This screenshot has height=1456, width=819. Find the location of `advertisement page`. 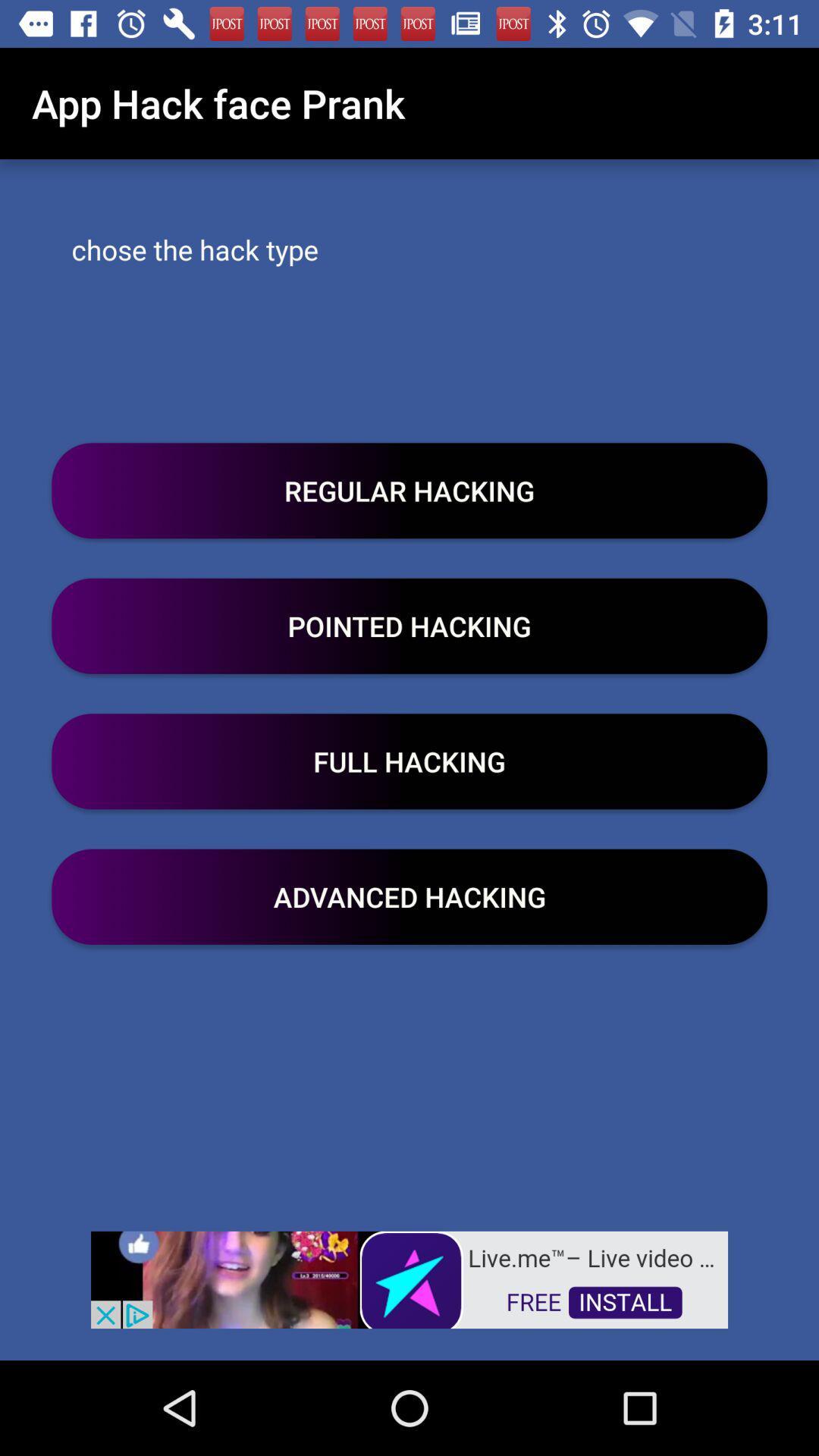

advertisement page is located at coordinates (409, 1278).